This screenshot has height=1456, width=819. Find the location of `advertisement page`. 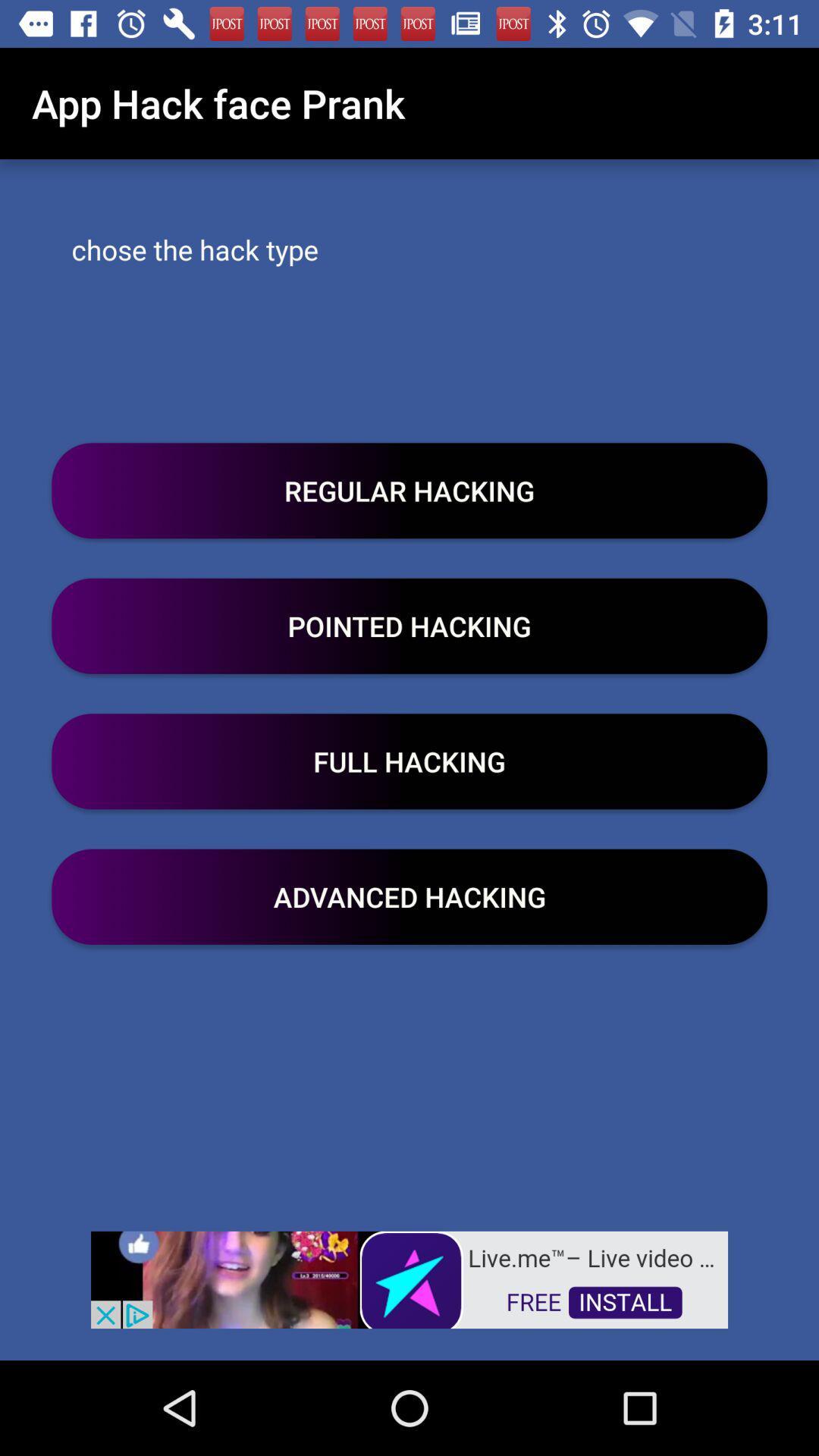

advertisement page is located at coordinates (409, 1278).